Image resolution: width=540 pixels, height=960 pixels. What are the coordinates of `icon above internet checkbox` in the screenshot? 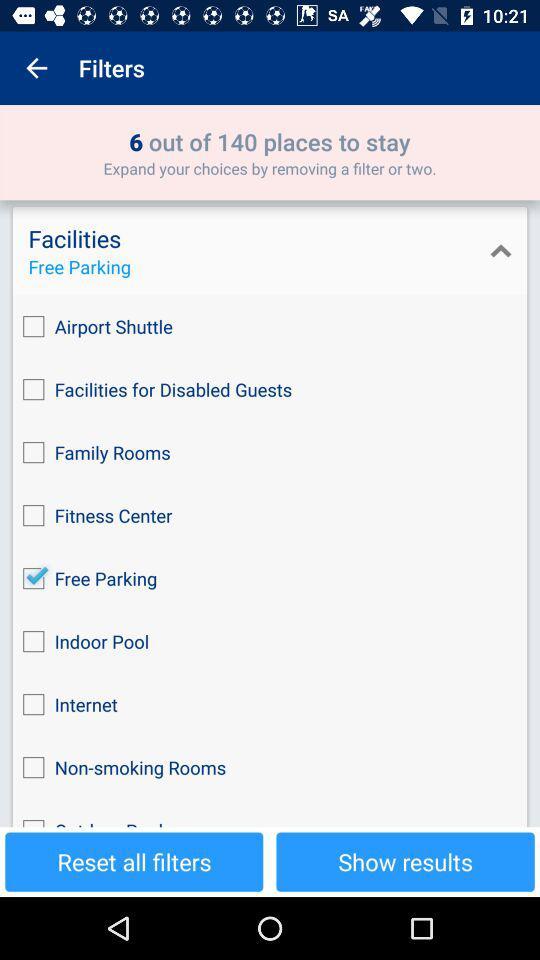 It's located at (270, 640).